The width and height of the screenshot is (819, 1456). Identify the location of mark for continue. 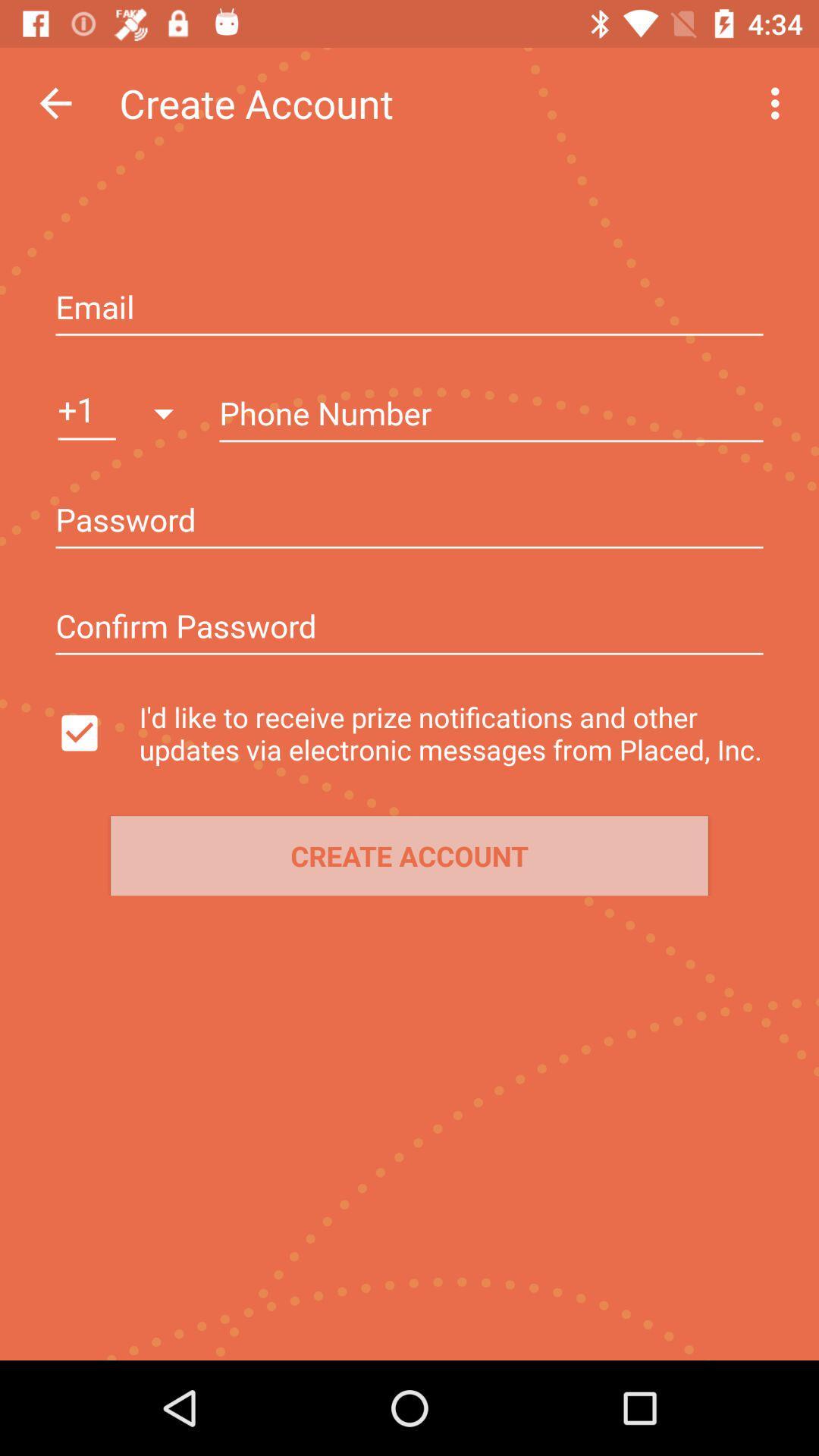
(93, 733).